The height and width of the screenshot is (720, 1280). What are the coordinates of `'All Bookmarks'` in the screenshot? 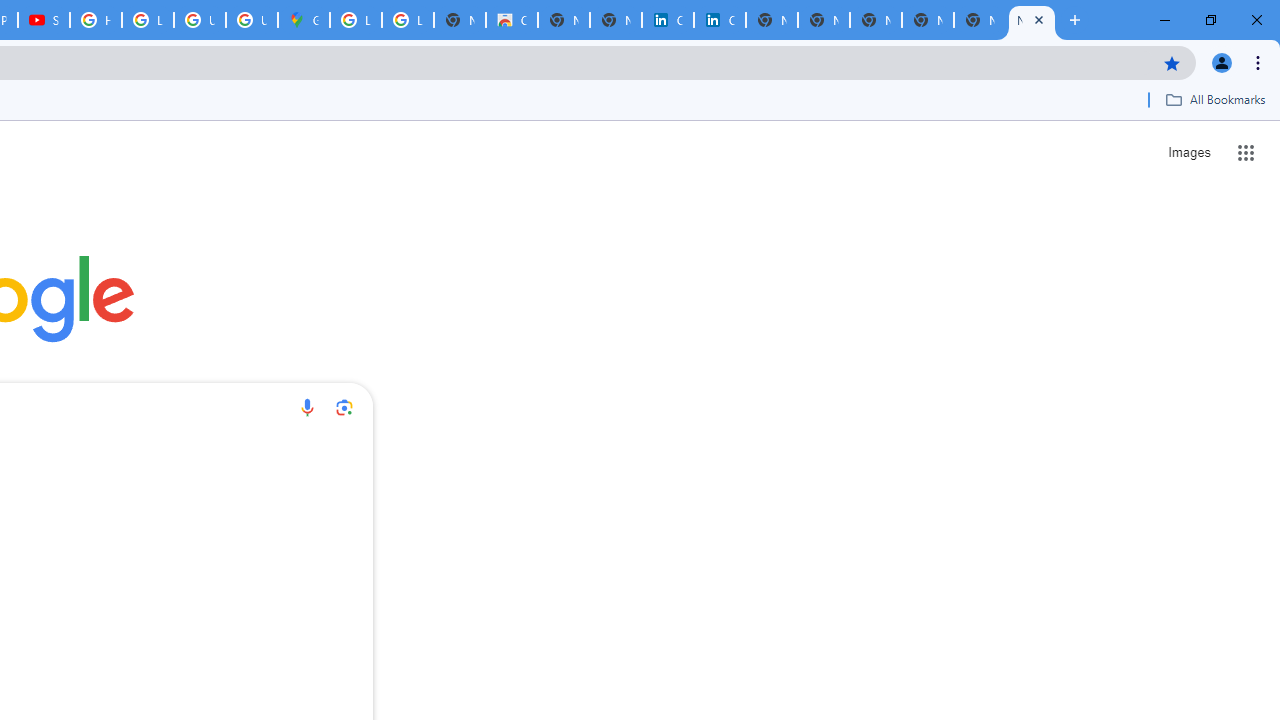 It's located at (1214, 99).